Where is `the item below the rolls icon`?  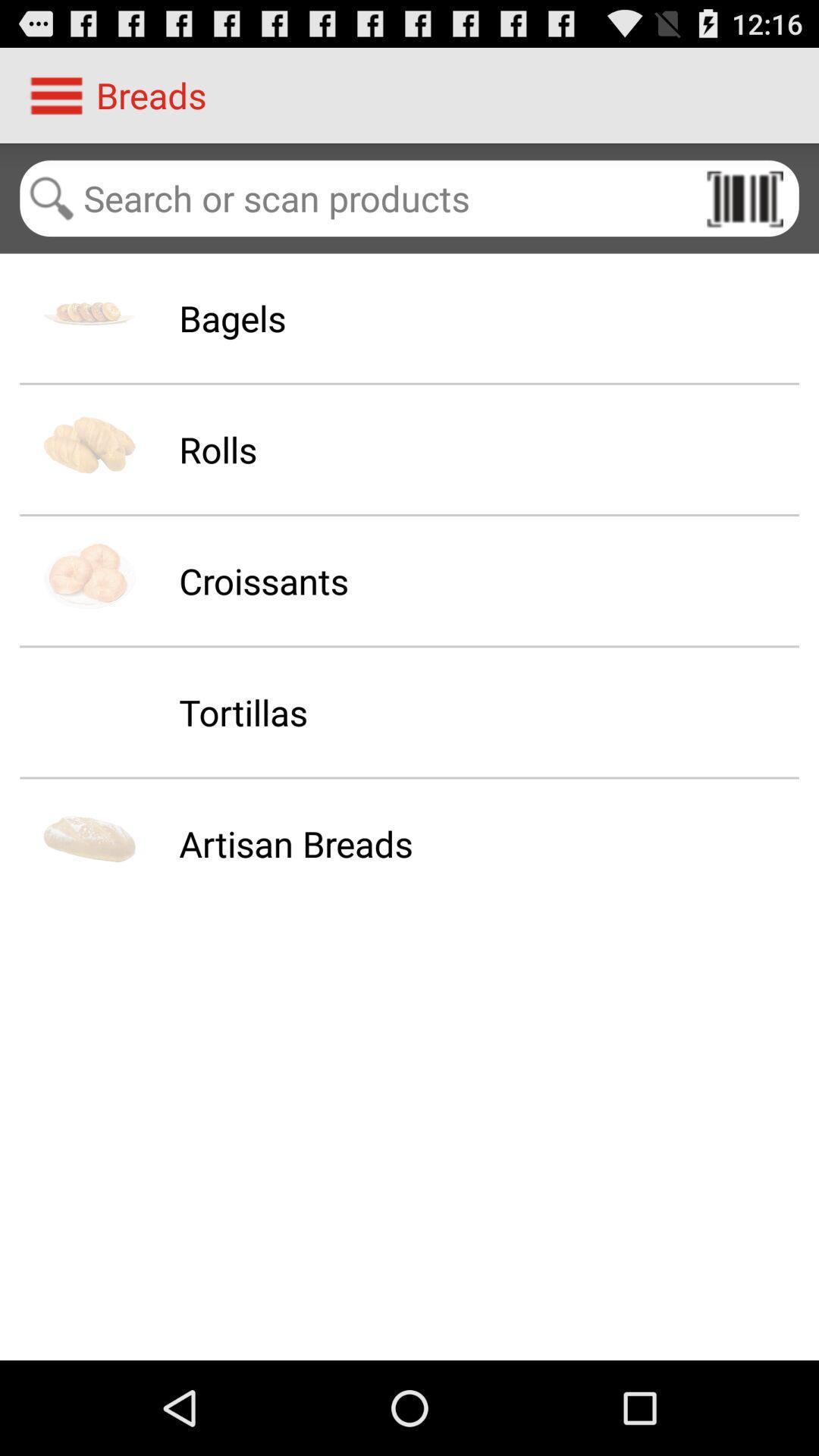 the item below the rolls icon is located at coordinates (262, 580).